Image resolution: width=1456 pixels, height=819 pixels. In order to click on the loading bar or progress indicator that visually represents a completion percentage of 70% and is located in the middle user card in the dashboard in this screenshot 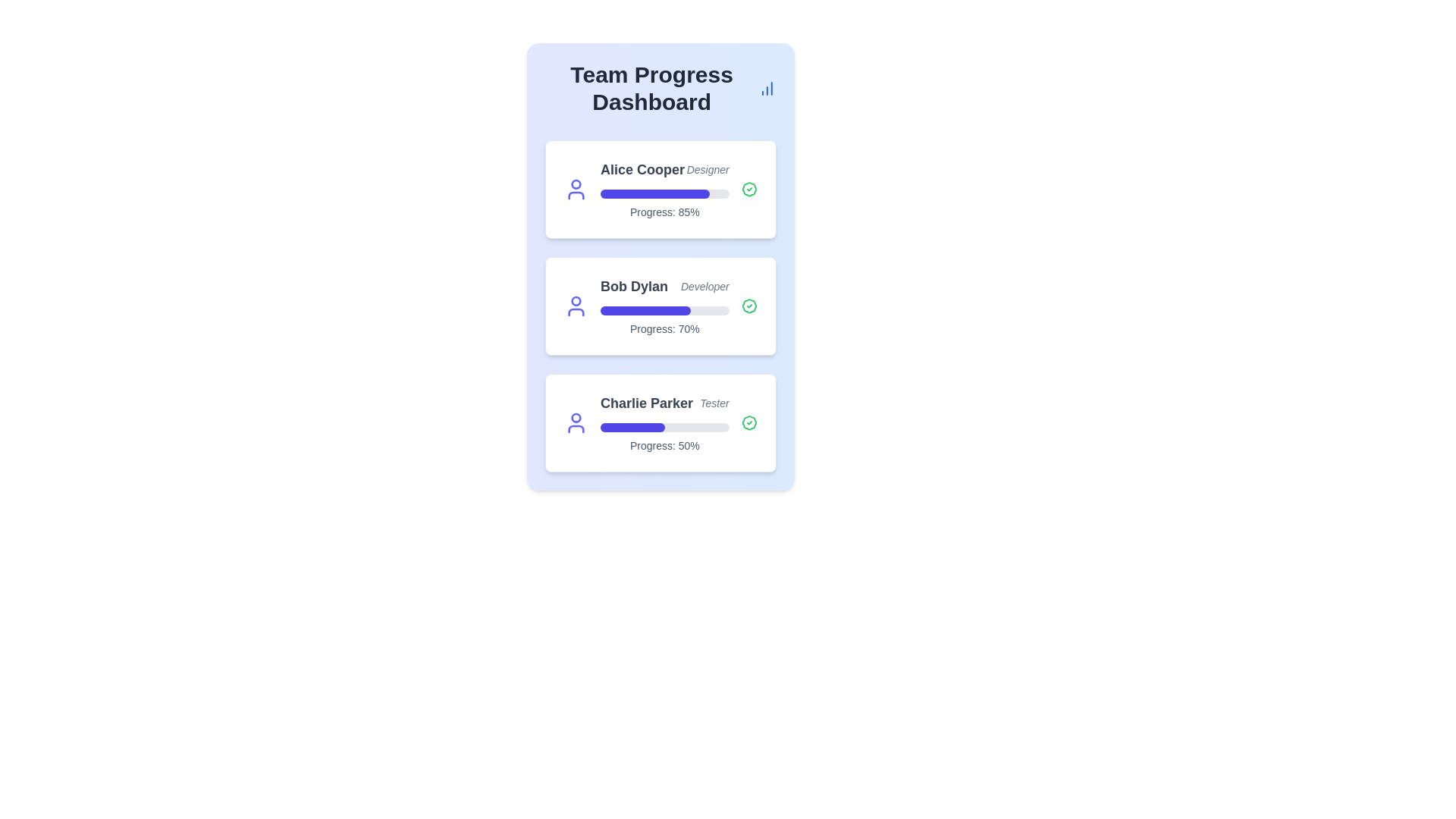, I will do `click(645, 309)`.